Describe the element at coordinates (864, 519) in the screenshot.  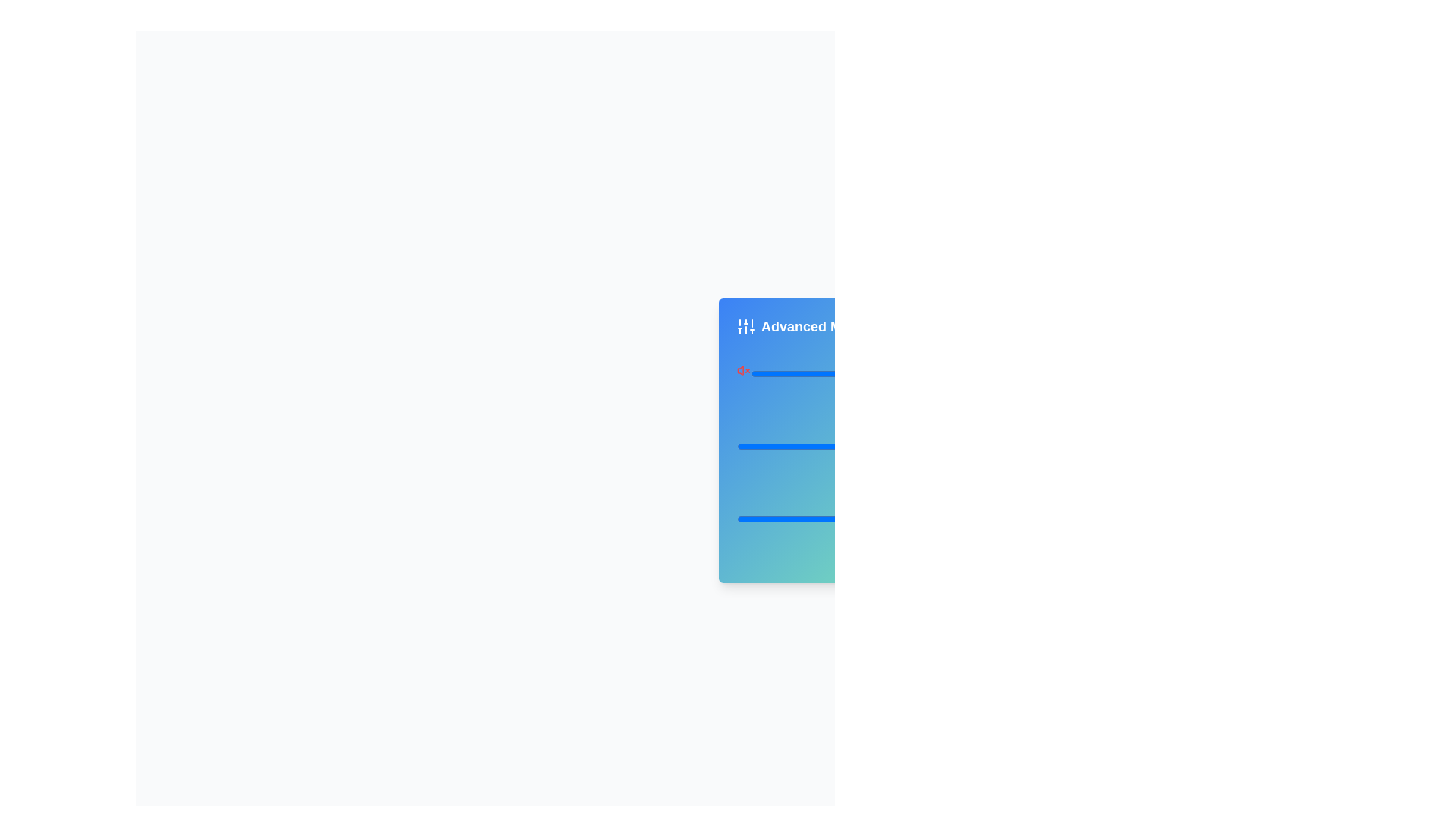
I see `slider value` at that location.